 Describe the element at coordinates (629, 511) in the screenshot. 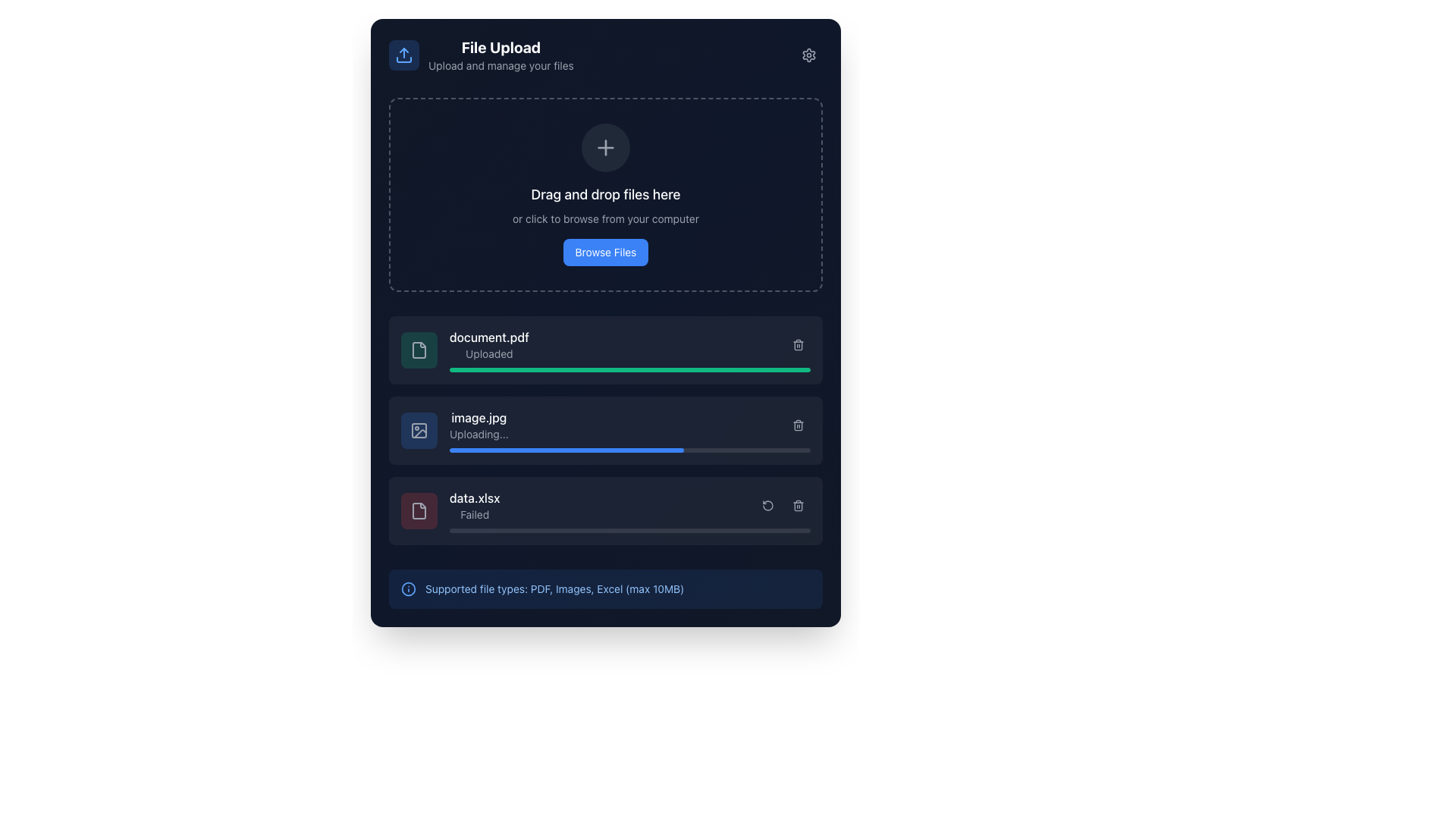

I see `the File upload status indicator showing 'data.xlsx' with status 'Failed'` at that location.